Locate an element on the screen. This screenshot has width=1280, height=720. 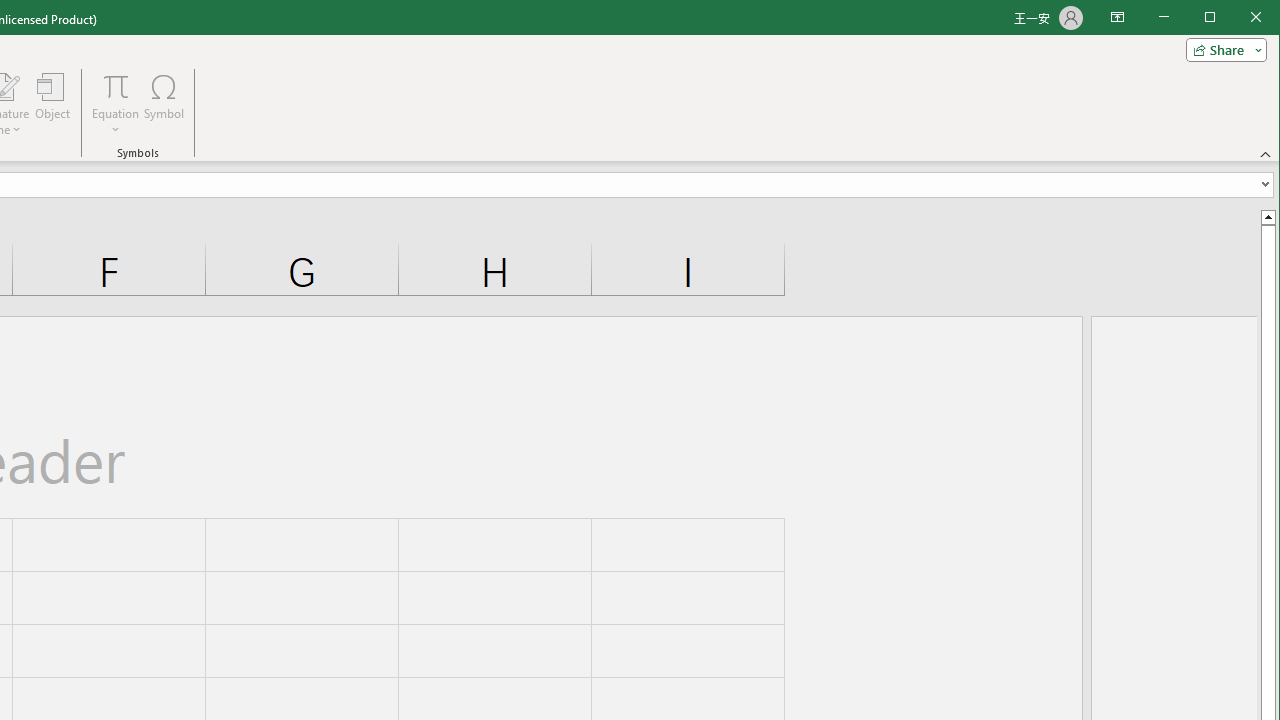
'Equation' is located at coordinates (114, 85).